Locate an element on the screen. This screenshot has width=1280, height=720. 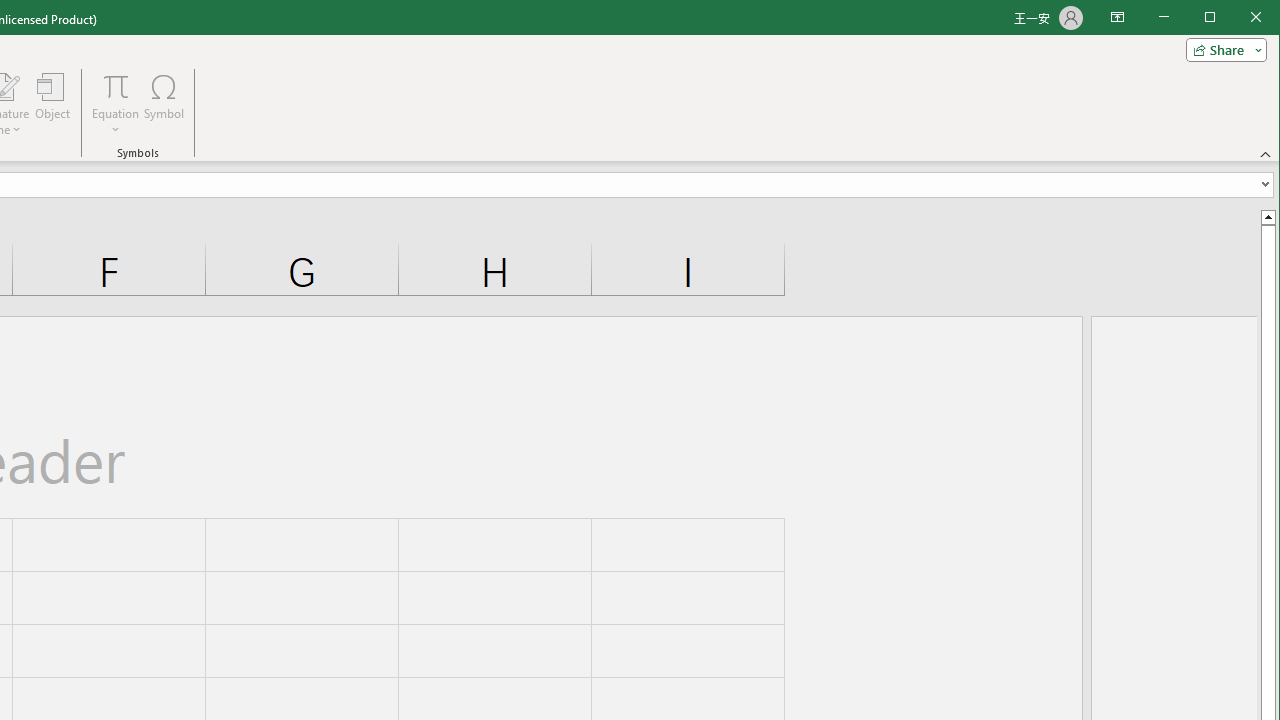
'Equation' is located at coordinates (114, 85).